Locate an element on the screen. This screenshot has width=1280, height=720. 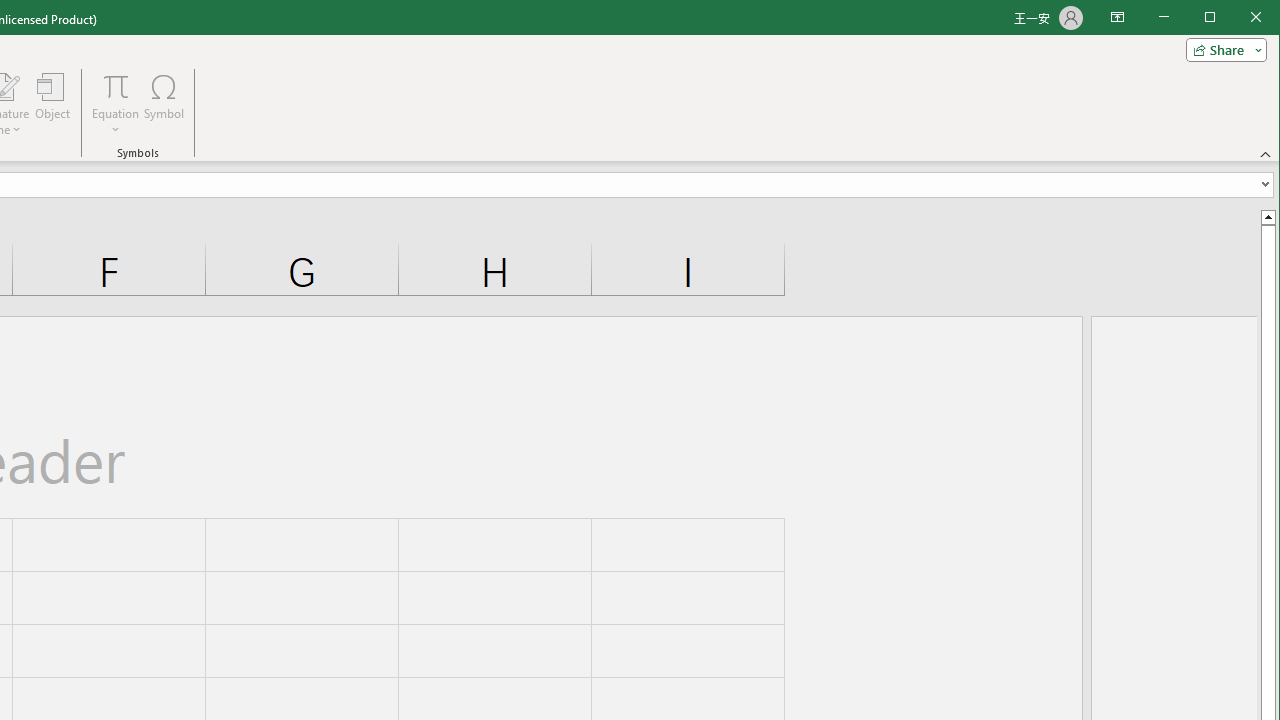
'Equation' is located at coordinates (114, 85).